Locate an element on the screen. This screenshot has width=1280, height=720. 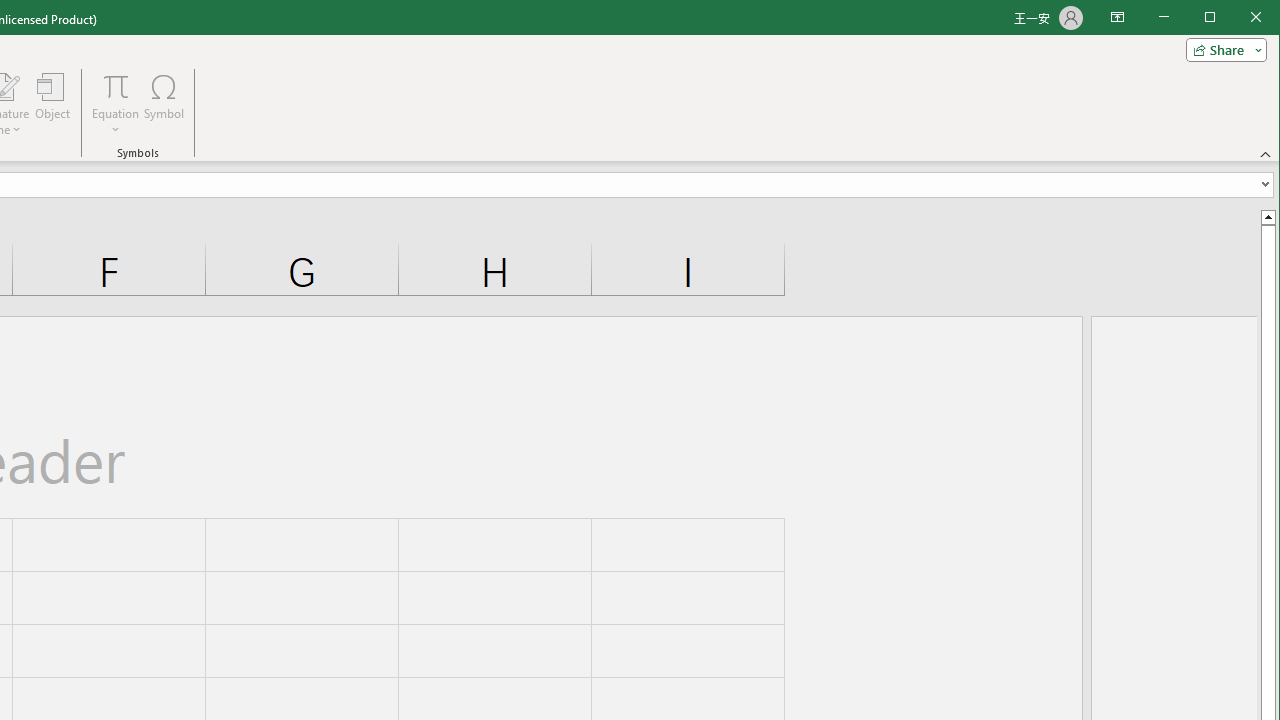
'Equation' is located at coordinates (114, 85).